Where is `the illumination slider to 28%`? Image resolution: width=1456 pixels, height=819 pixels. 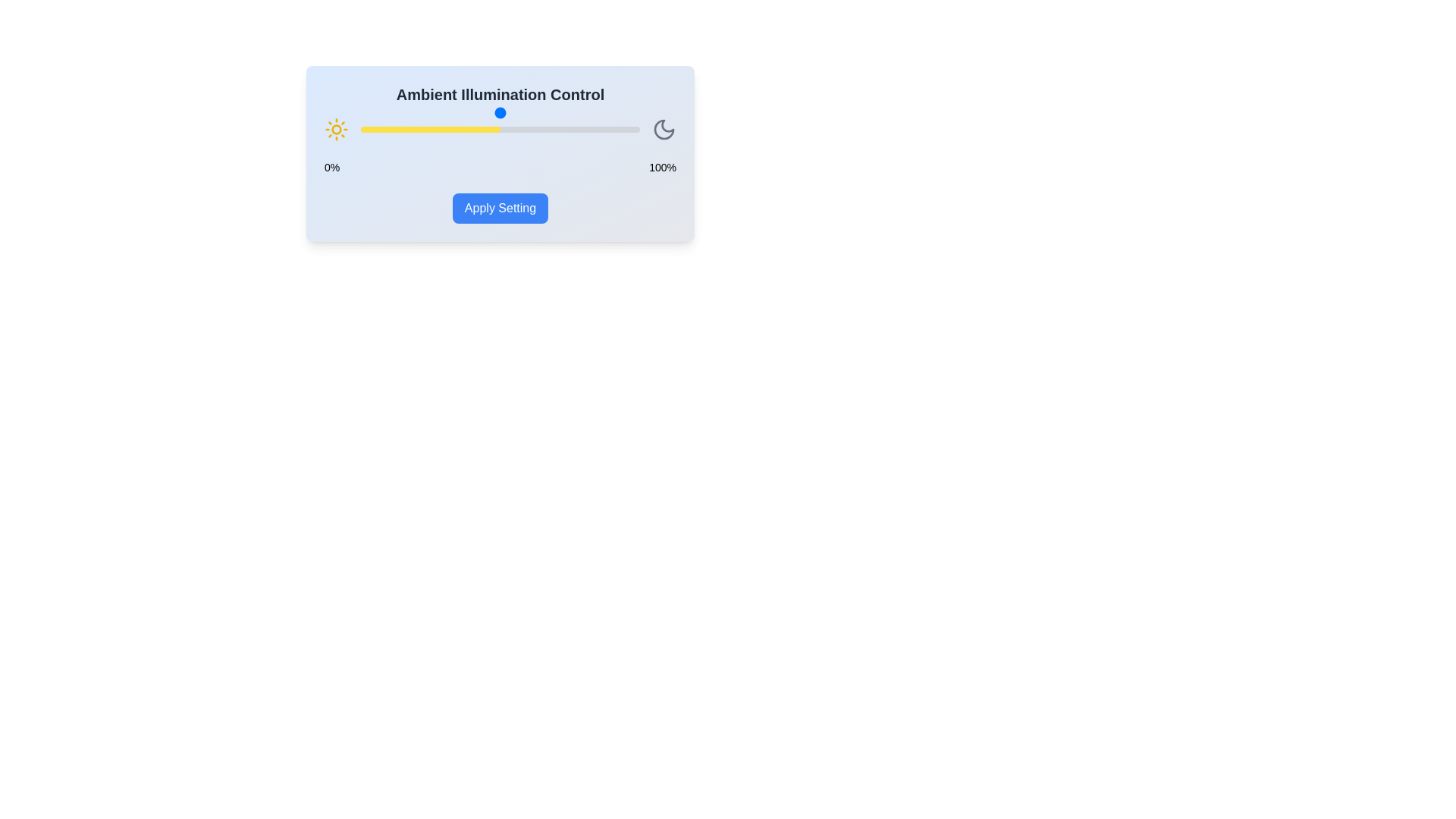 the illumination slider to 28% is located at coordinates (438, 128).